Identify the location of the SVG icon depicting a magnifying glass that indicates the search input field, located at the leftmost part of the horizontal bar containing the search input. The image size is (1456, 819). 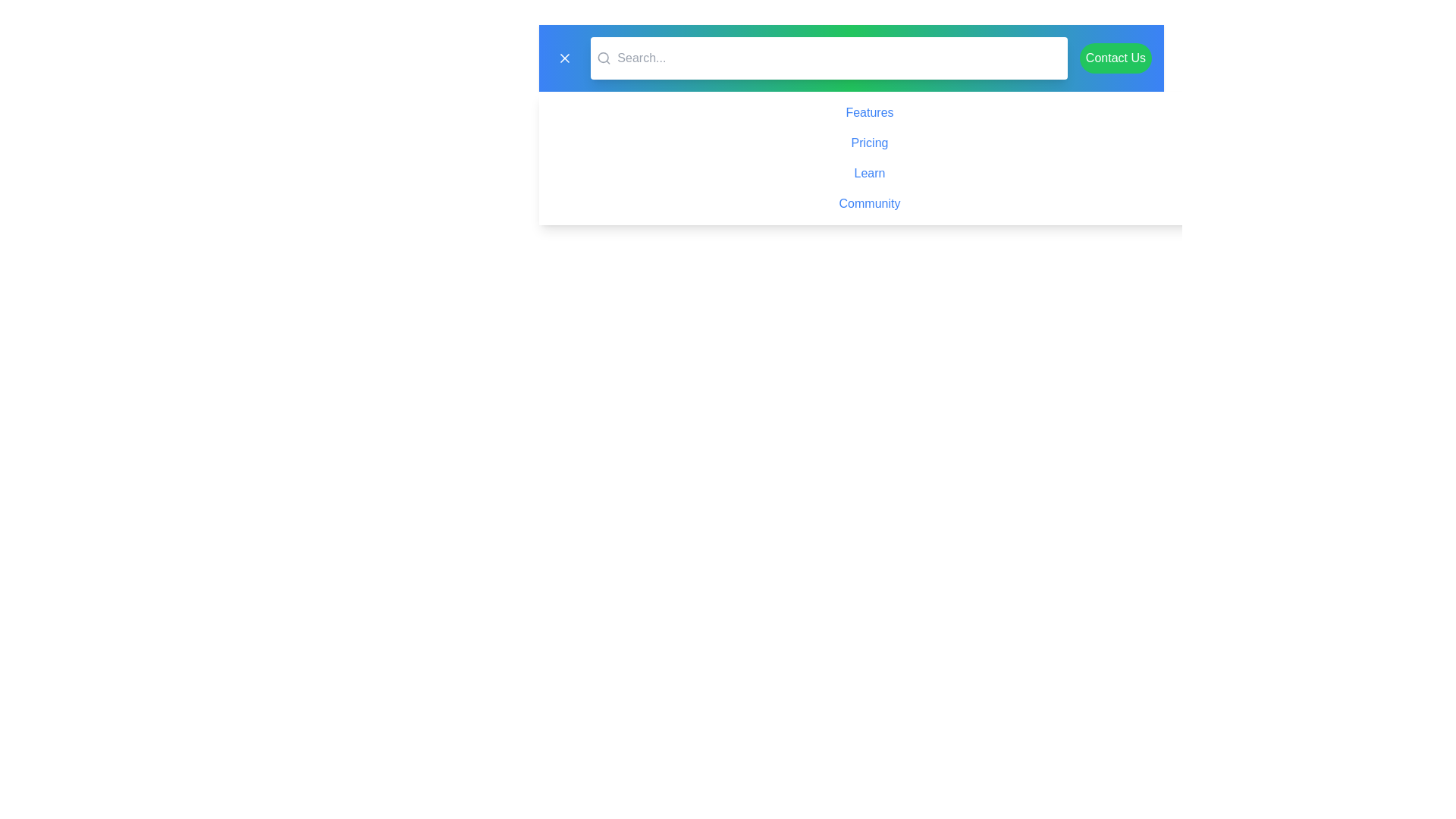
(603, 58).